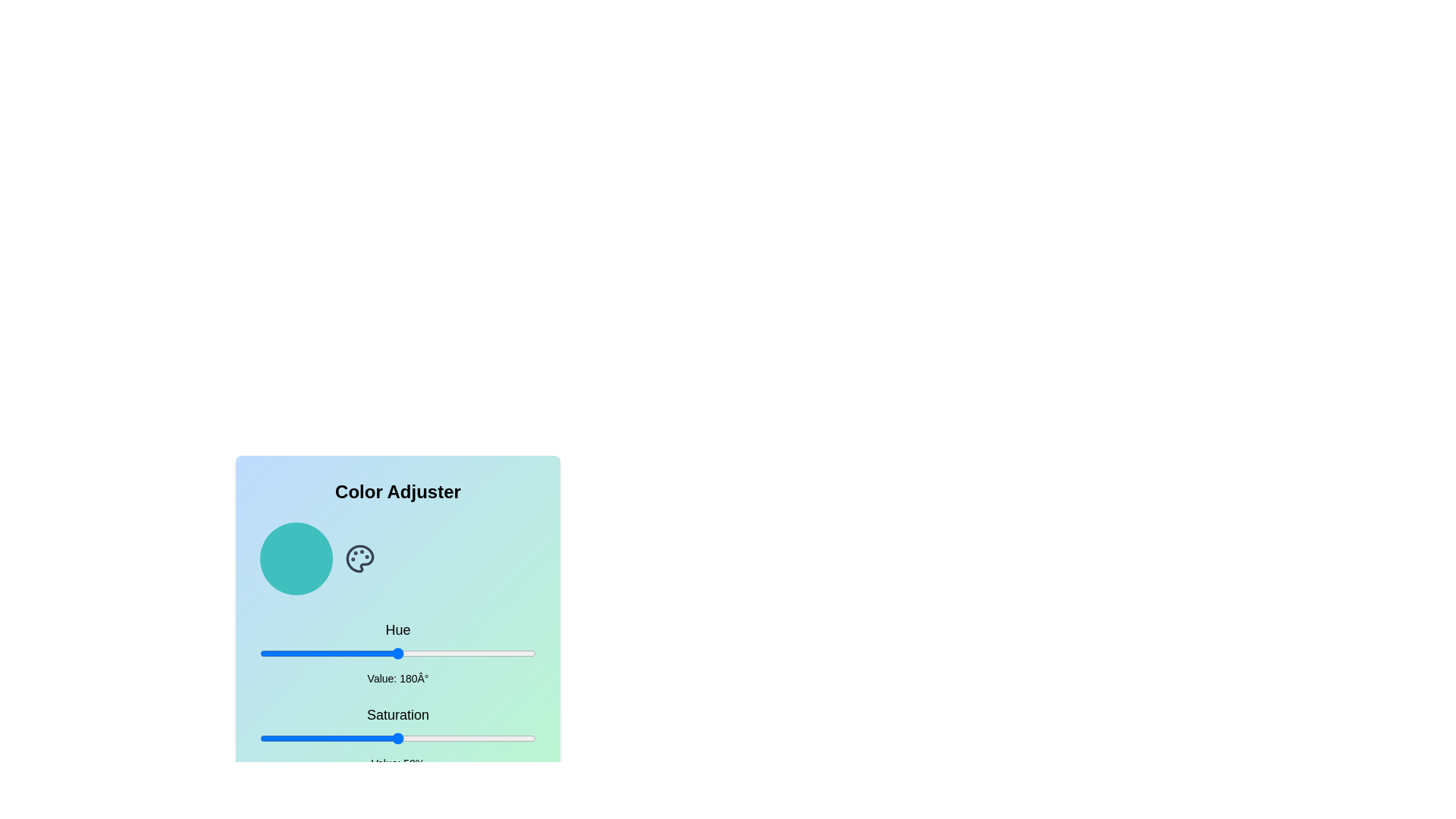  Describe the element at coordinates (312, 652) in the screenshot. I see `the hue to 70 by adjusting the slider` at that location.